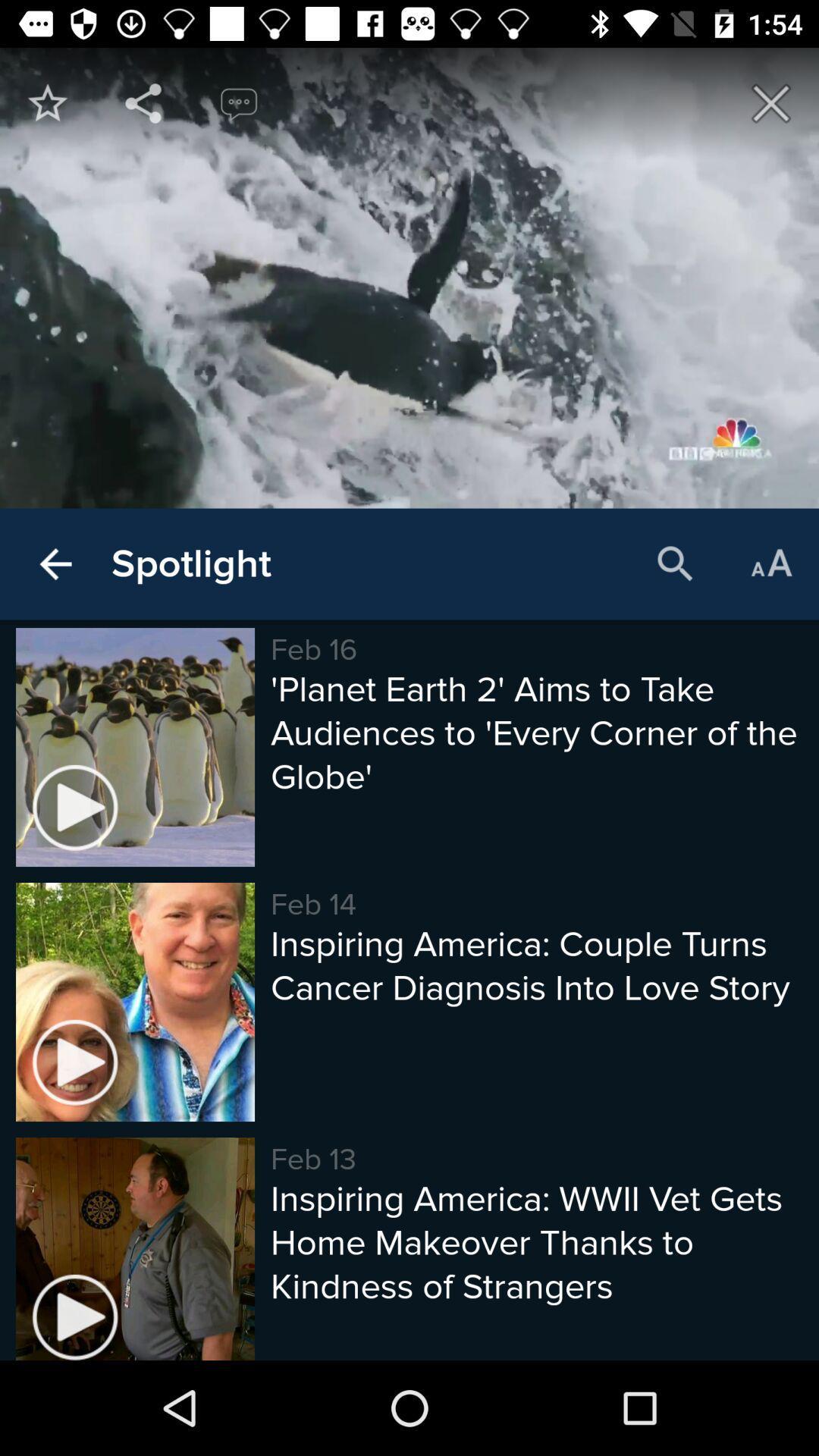 The width and height of the screenshot is (819, 1456). I want to click on item next to spotlight item, so click(55, 563).